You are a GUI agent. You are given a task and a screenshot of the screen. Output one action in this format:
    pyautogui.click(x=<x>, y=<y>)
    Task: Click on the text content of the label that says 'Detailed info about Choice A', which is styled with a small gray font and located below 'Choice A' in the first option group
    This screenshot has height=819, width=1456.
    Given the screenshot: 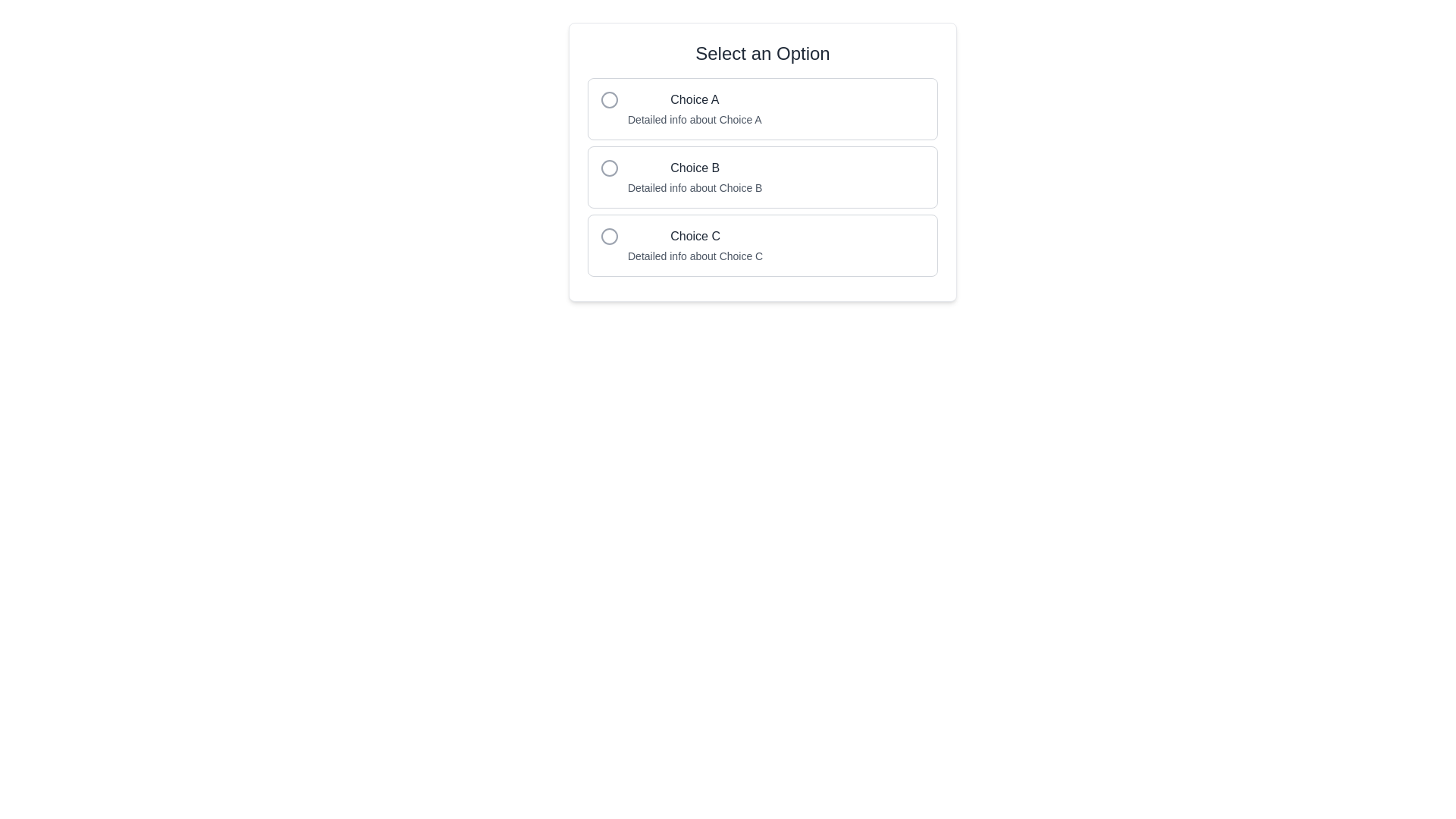 What is the action you would take?
    pyautogui.click(x=694, y=119)
    